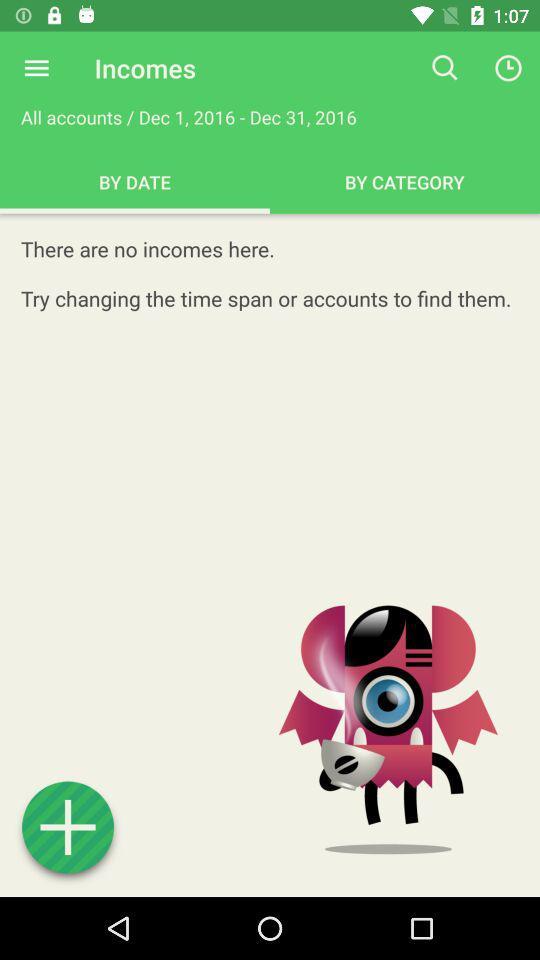 The width and height of the screenshot is (540, 960). I want to click on explore menu options, so click(36, 68).